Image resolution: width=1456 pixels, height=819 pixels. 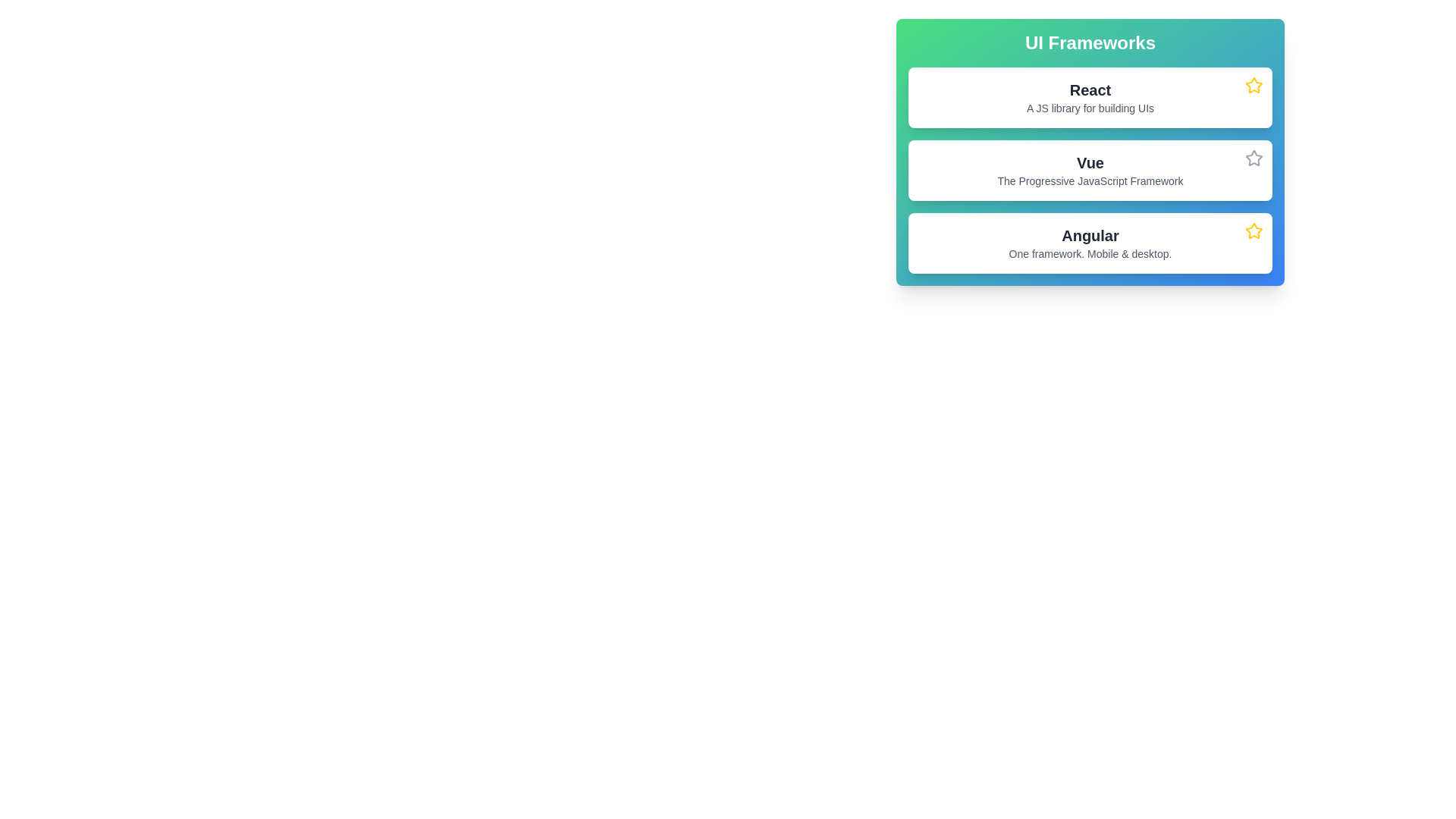 I want to click on the star icon located in the top-right corner of the card that contains the title 'Angular' and description 'One framework. Mobile & desktop.', so click(x=1254, y=231).